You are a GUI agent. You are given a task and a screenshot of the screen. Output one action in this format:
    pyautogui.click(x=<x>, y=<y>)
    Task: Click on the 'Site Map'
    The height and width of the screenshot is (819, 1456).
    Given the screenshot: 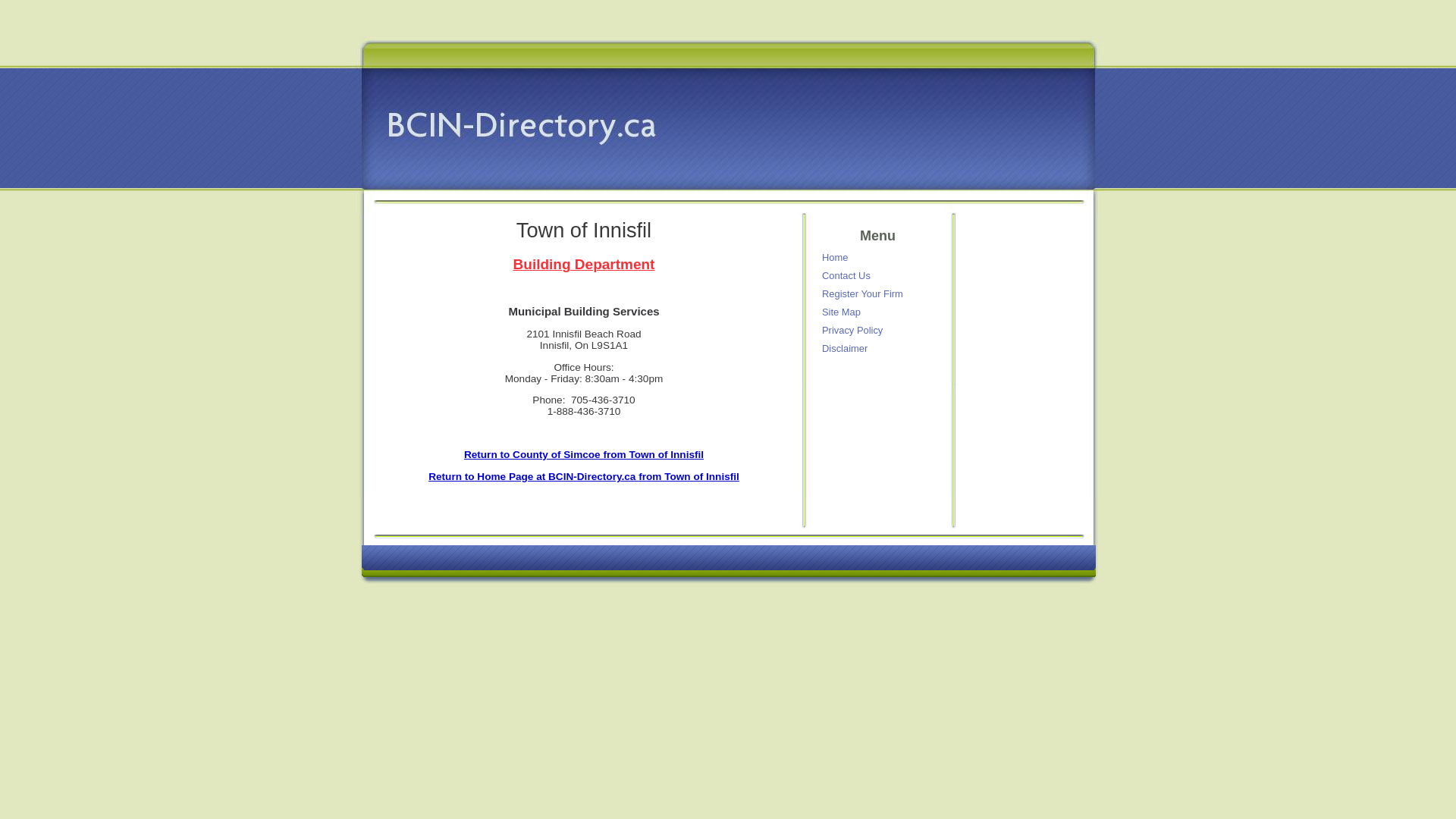 What is the action you would take?
    pyautogui.click(x=880, y=311)
    